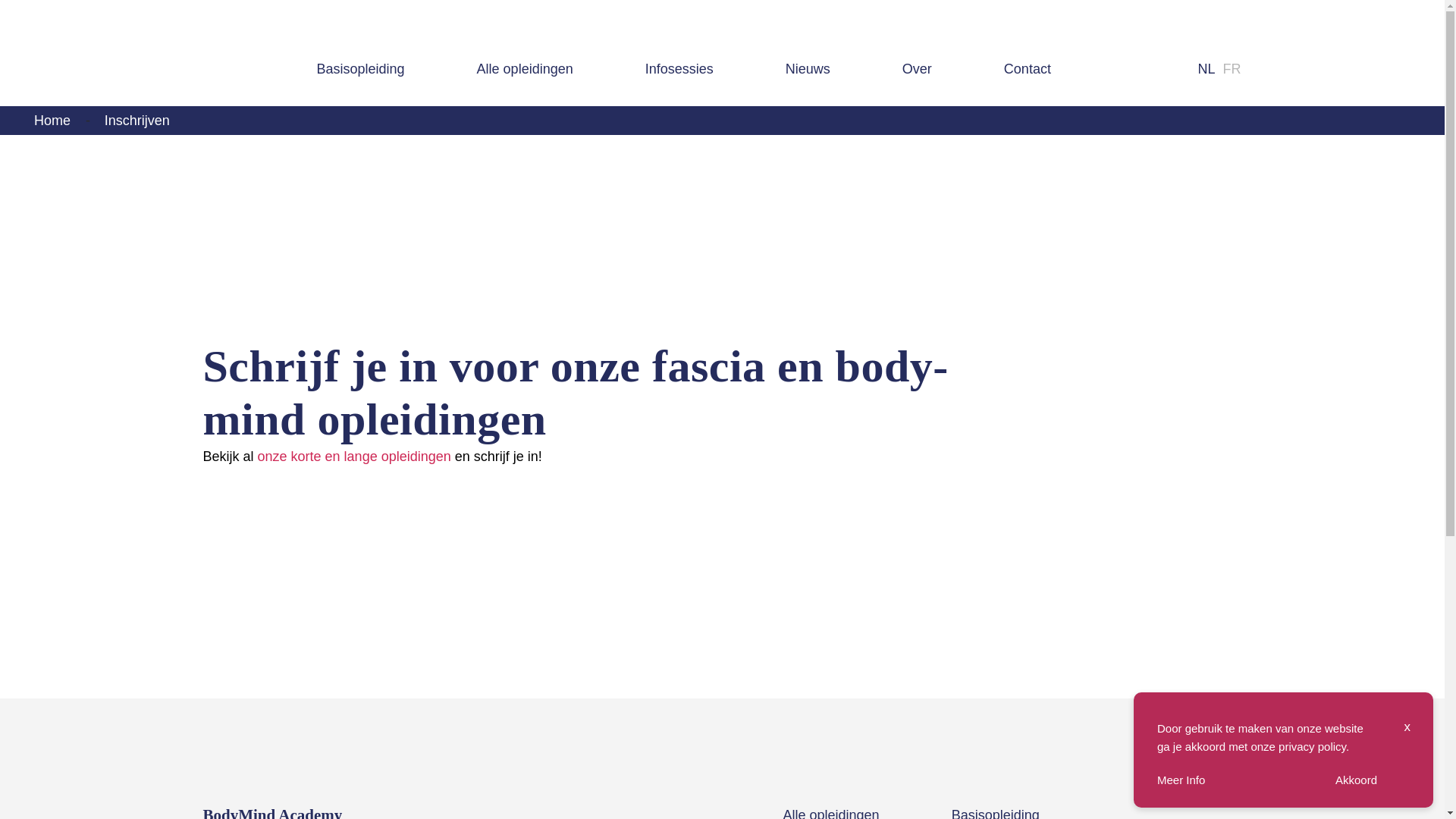 Image resolution: width=1456 pixels, height=819 pixels. I want to click on 'FR', so click(1222, 68).